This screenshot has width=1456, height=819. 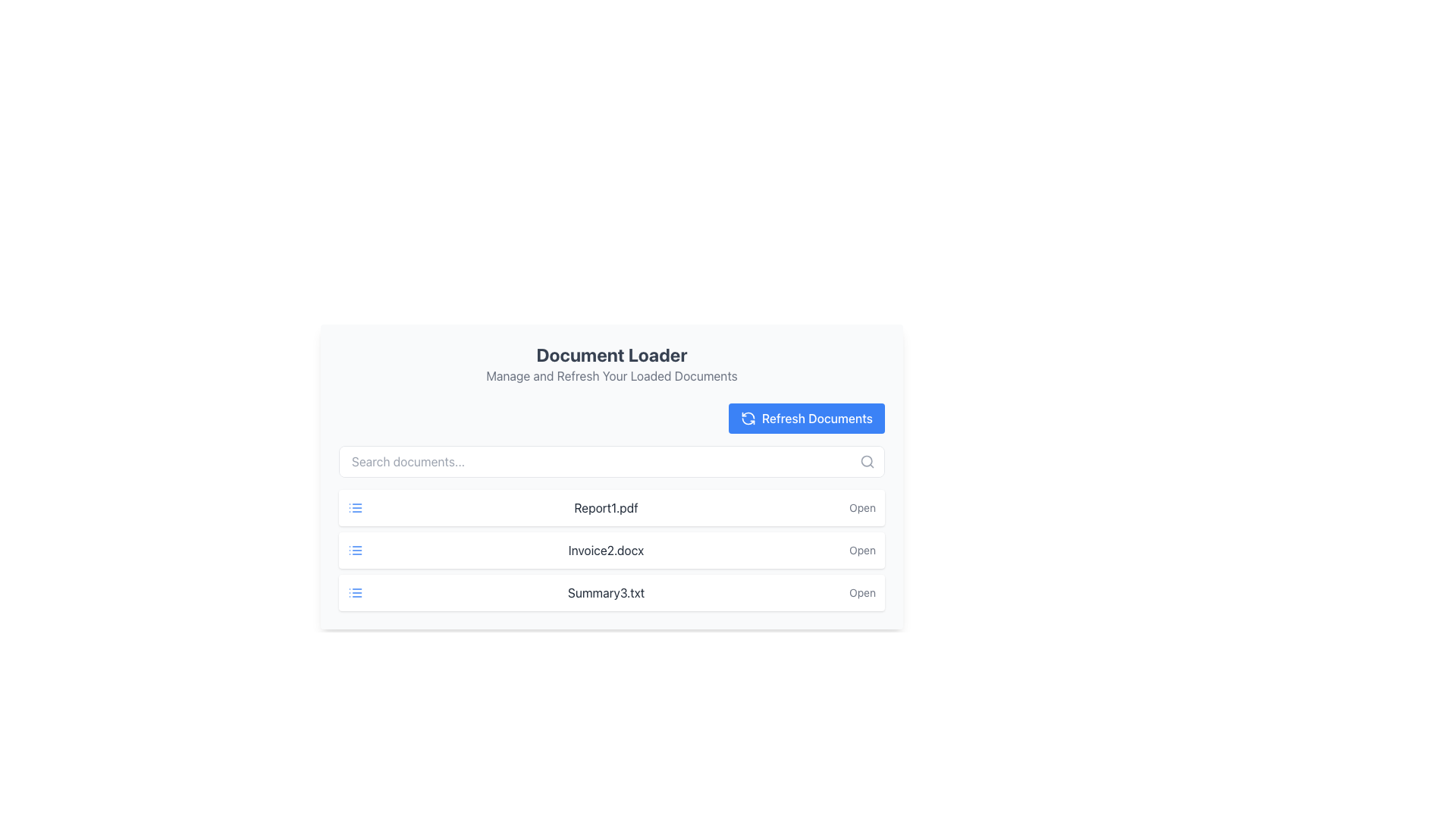 What do you see at coordinates (355, 508) in the screenshot?
I see `the list icon, which features three horizontal blue lines and dots, located in the row for 'Report1.pdf'` at bounding box center [355, 508].